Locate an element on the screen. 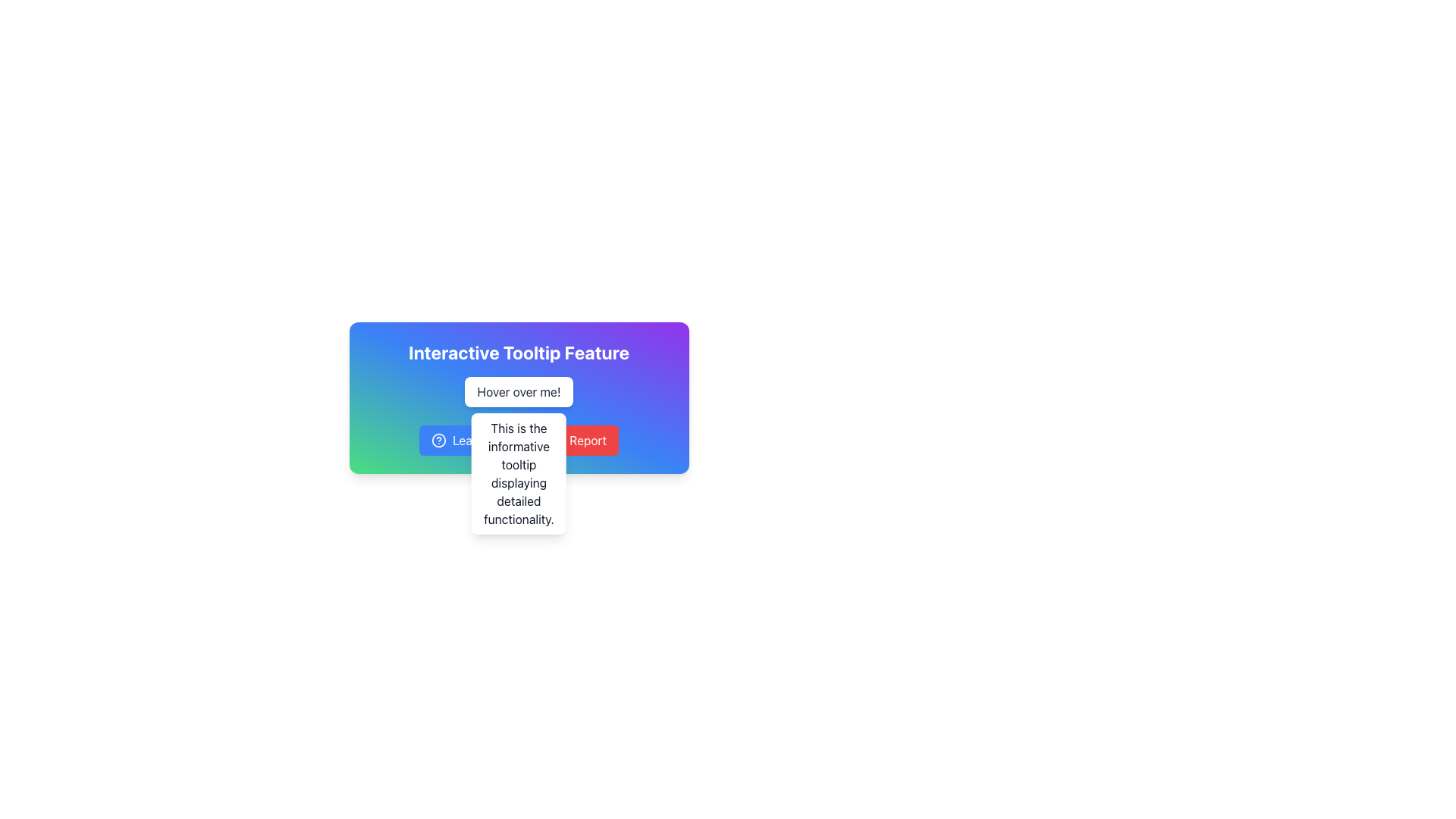  the report issue button located to the right of the blue 'Learn More' button is located at coordinates (576, 441).